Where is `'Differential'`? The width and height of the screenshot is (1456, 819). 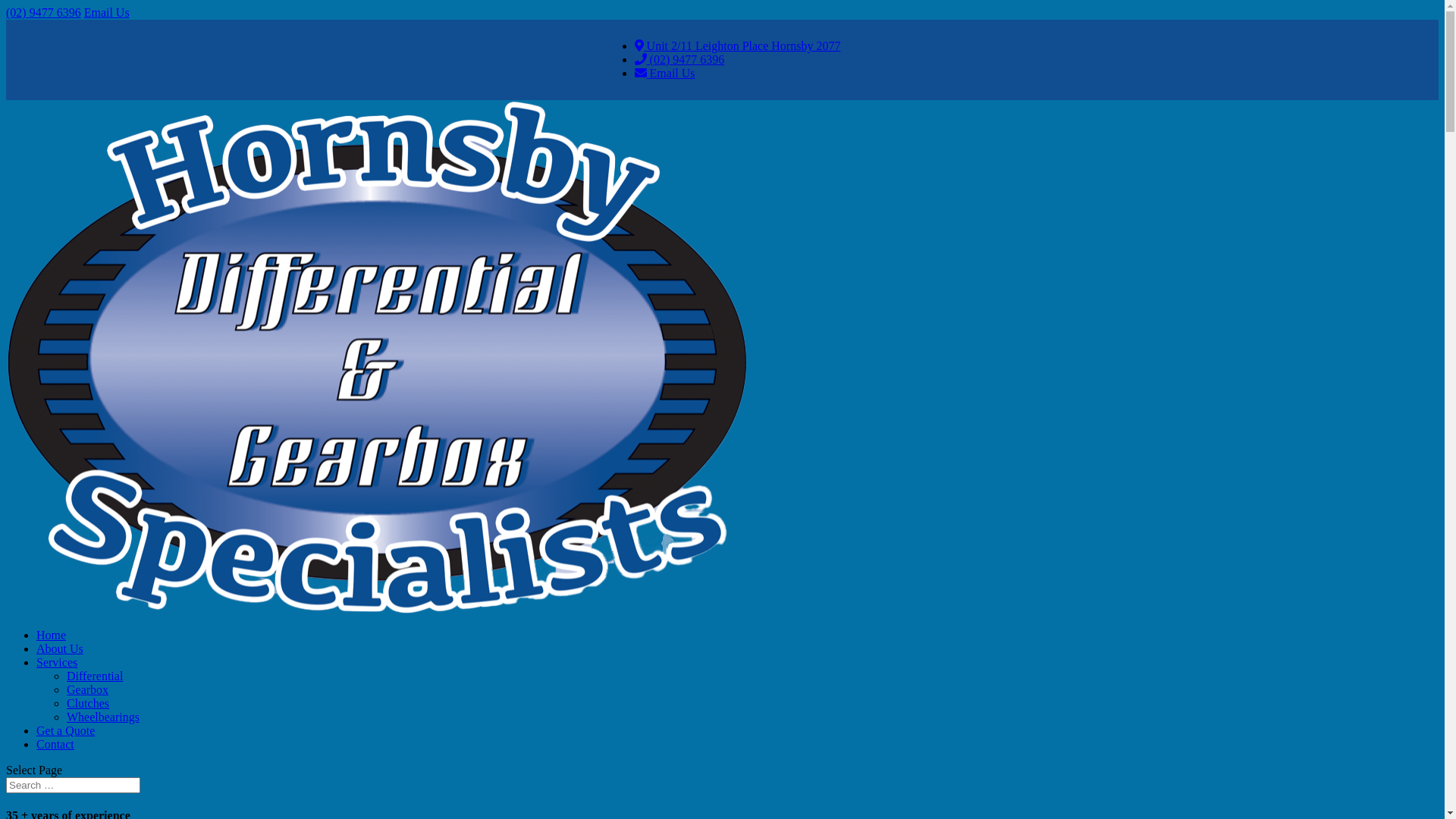 'Differential' is located at coordinates (93, 675).